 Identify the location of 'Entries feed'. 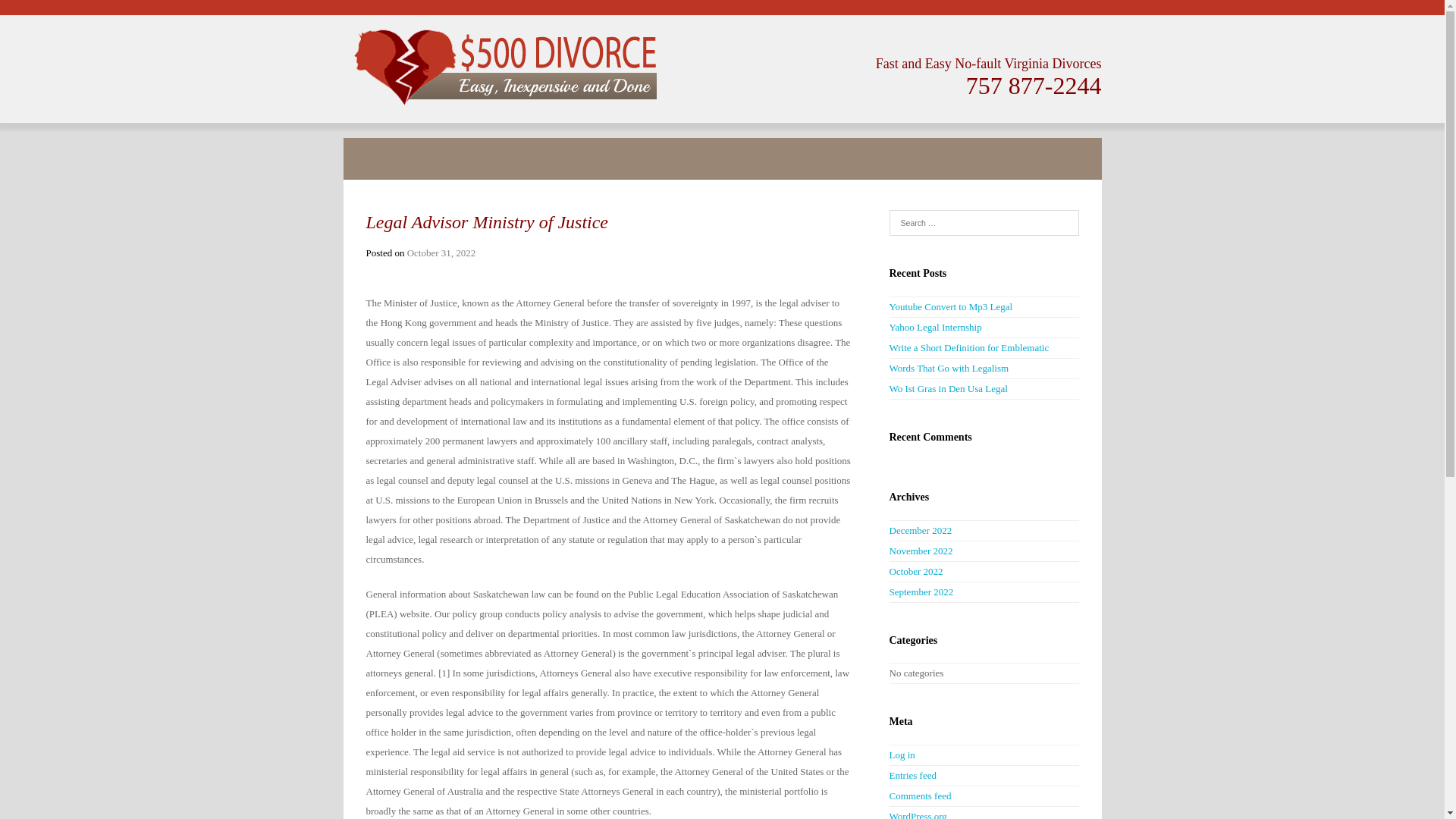
(912, 775).